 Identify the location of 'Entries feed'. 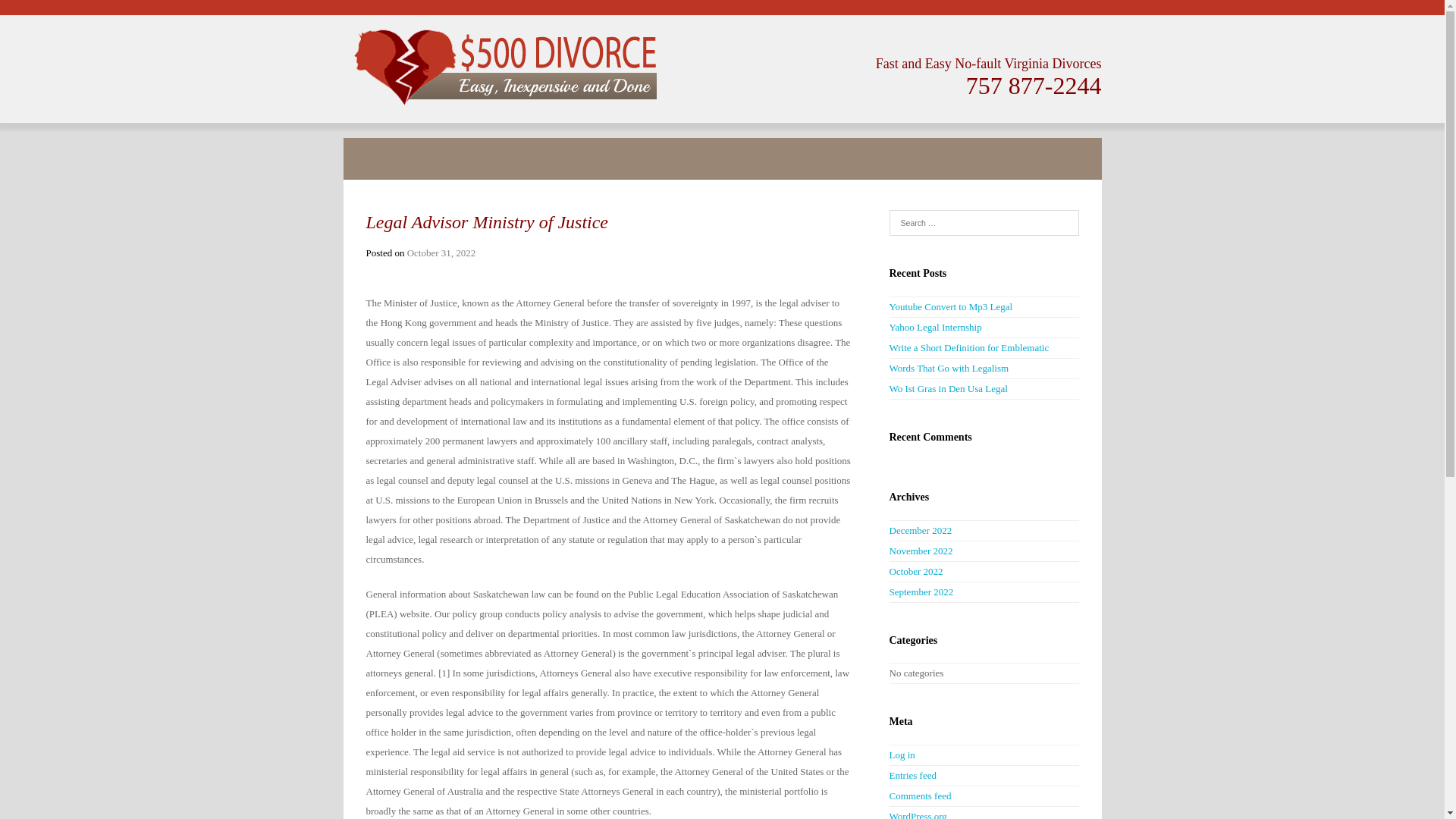
(912, 775).